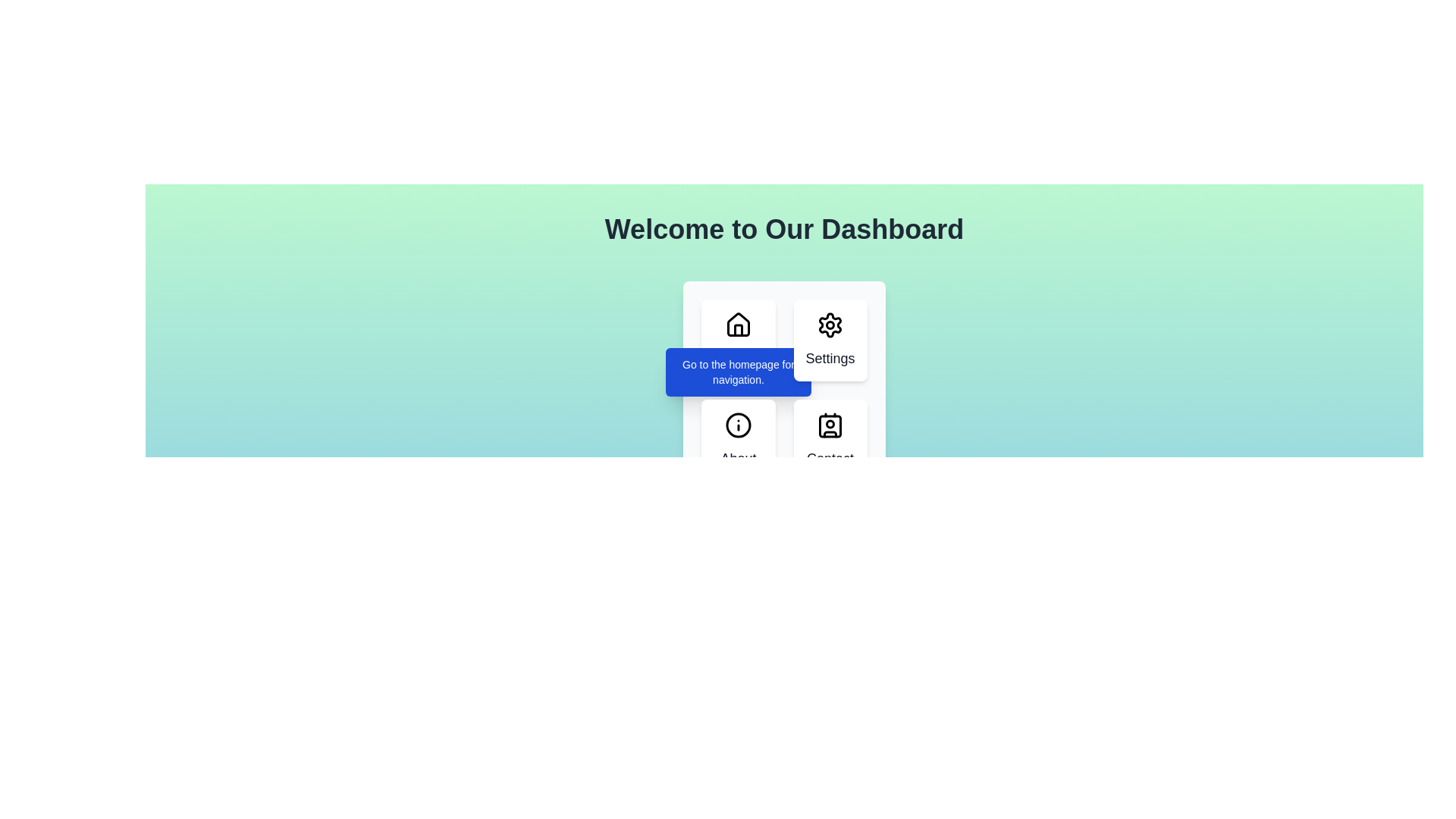 The image size is (1456, 819). Describe the element at coordinates (829, 441) in the screenshot. I see `the Button-like card located in the bottom-right corner of the 2x2 grid layout, which provides access to the 'Contact' section` at that location.